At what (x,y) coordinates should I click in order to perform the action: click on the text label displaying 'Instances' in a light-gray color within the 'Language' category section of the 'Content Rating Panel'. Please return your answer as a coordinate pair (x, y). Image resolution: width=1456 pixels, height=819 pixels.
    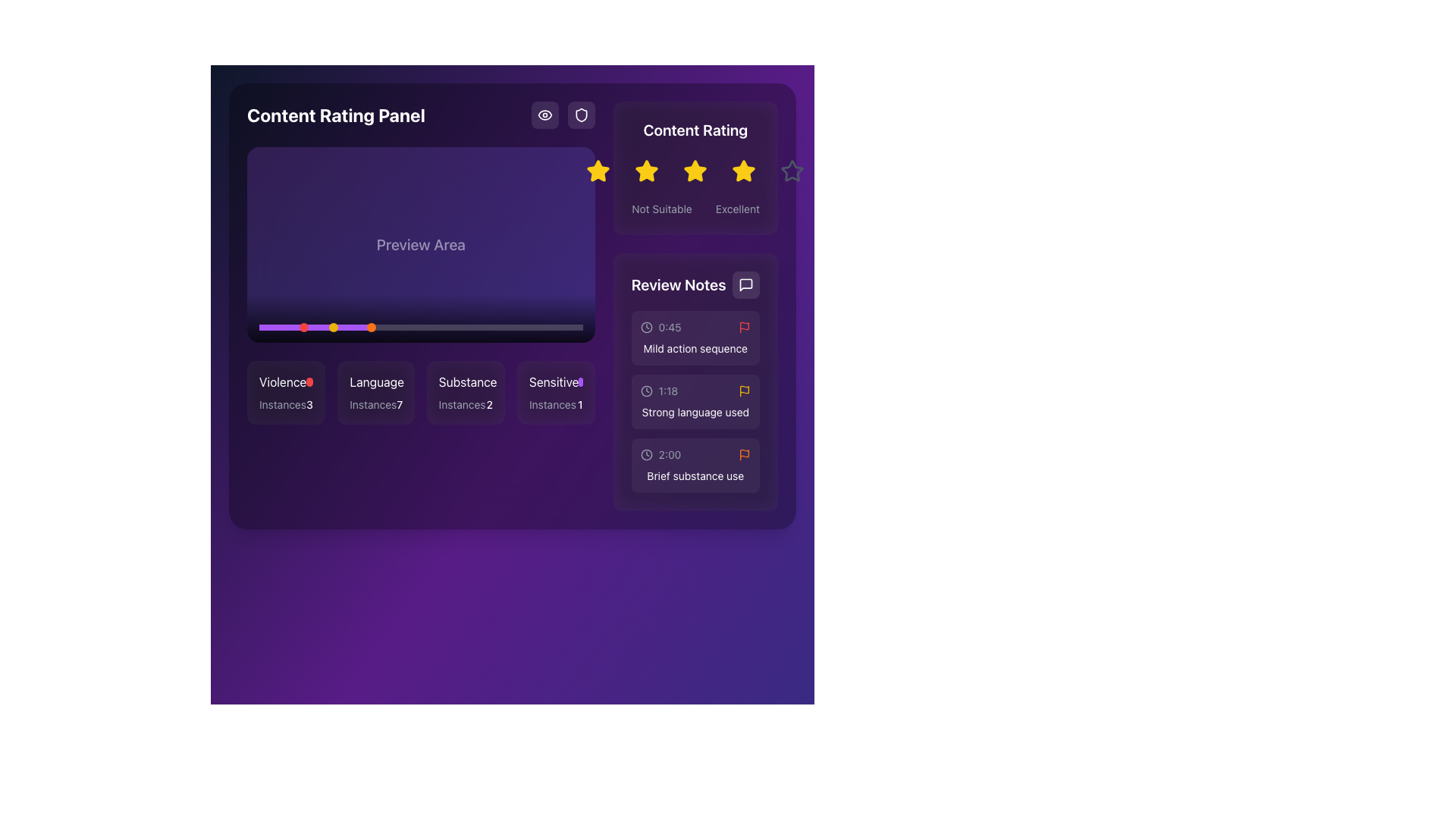
    Looking at the image, I should click on (372, 403).